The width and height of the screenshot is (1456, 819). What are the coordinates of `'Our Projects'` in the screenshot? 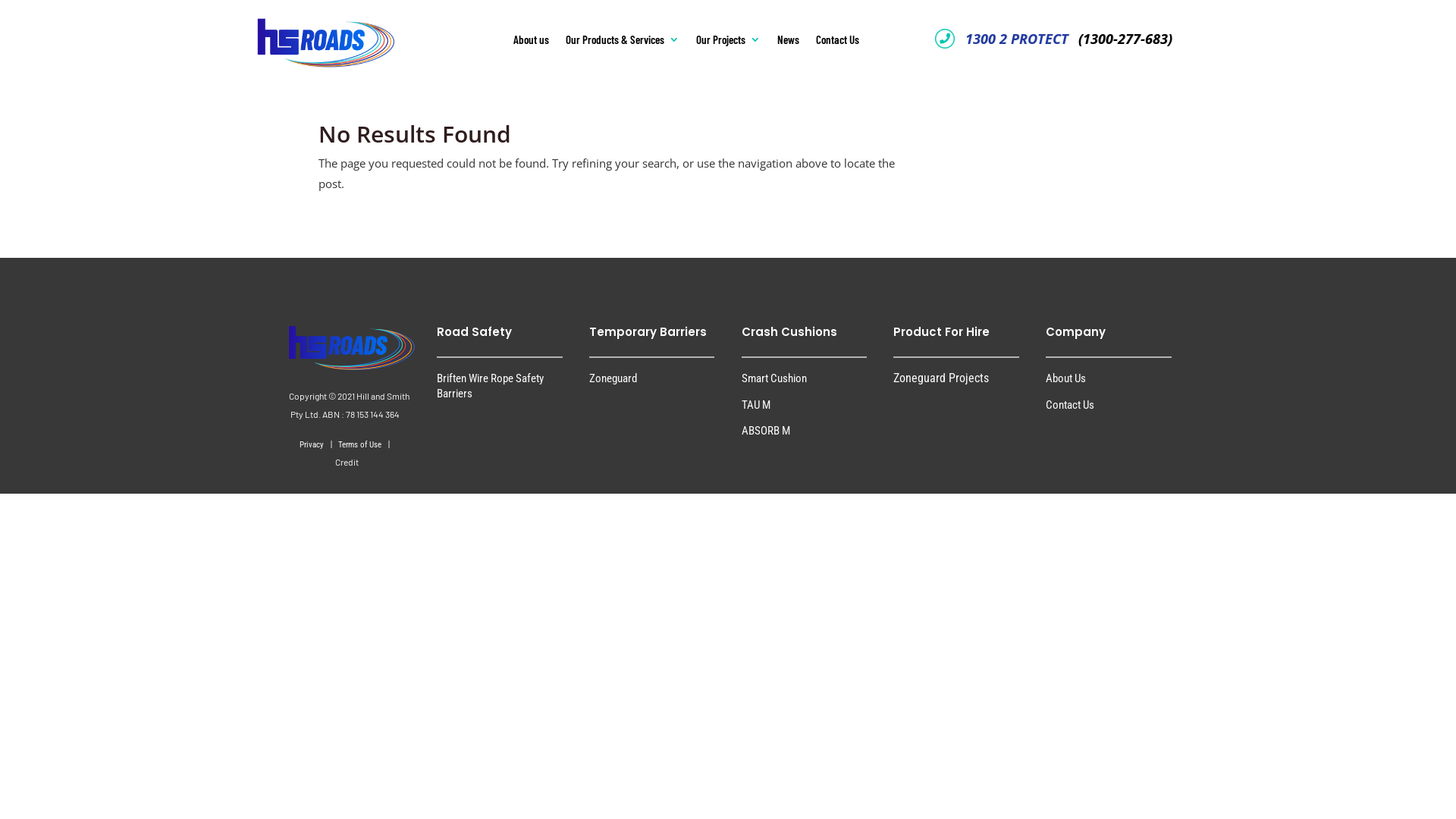 It's located at (728, 42).